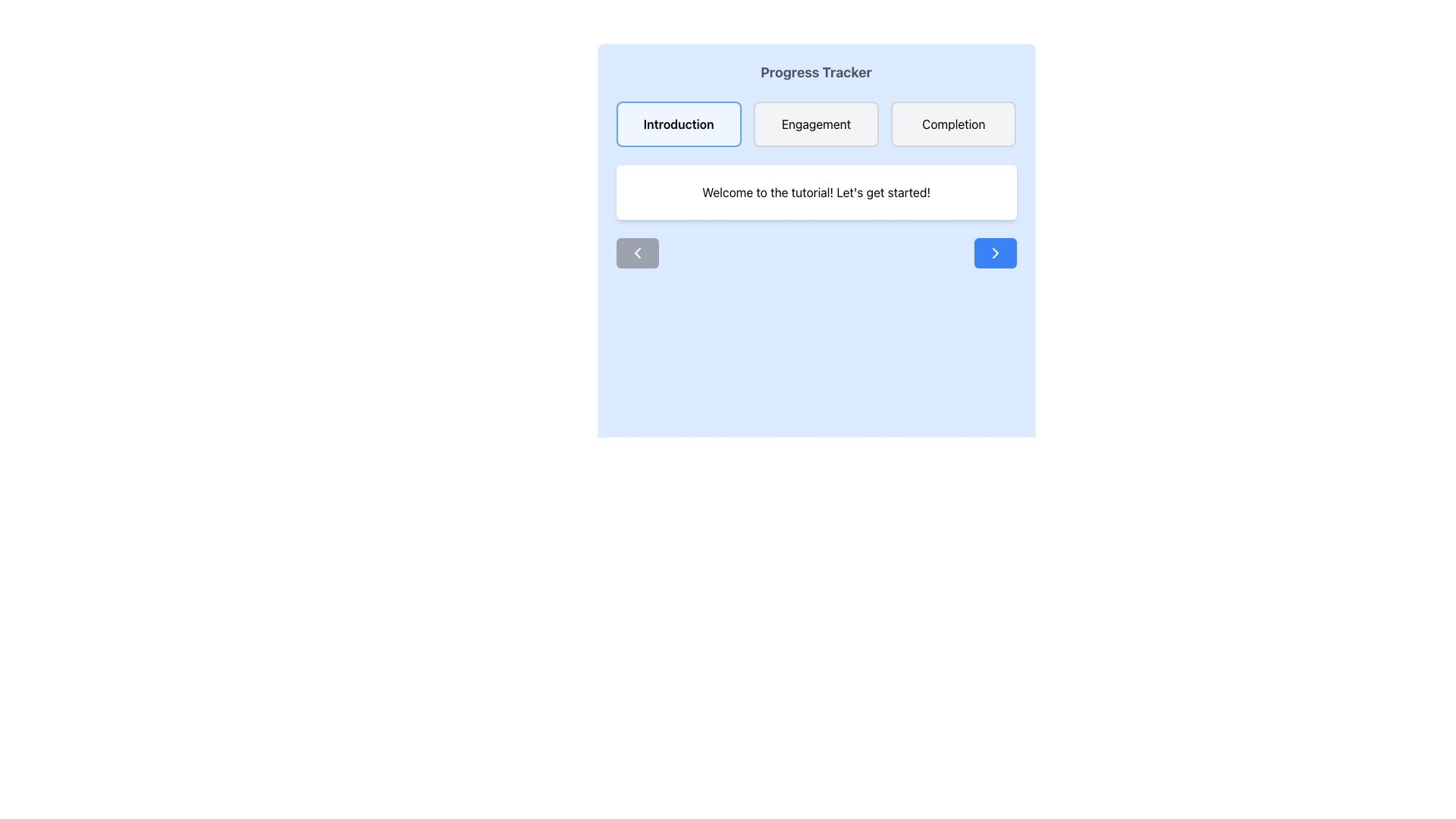  Describe the element at coordinates (952, 124) in the screenshot. I see `the third button in the 'Progress Tracker' section` at that location.